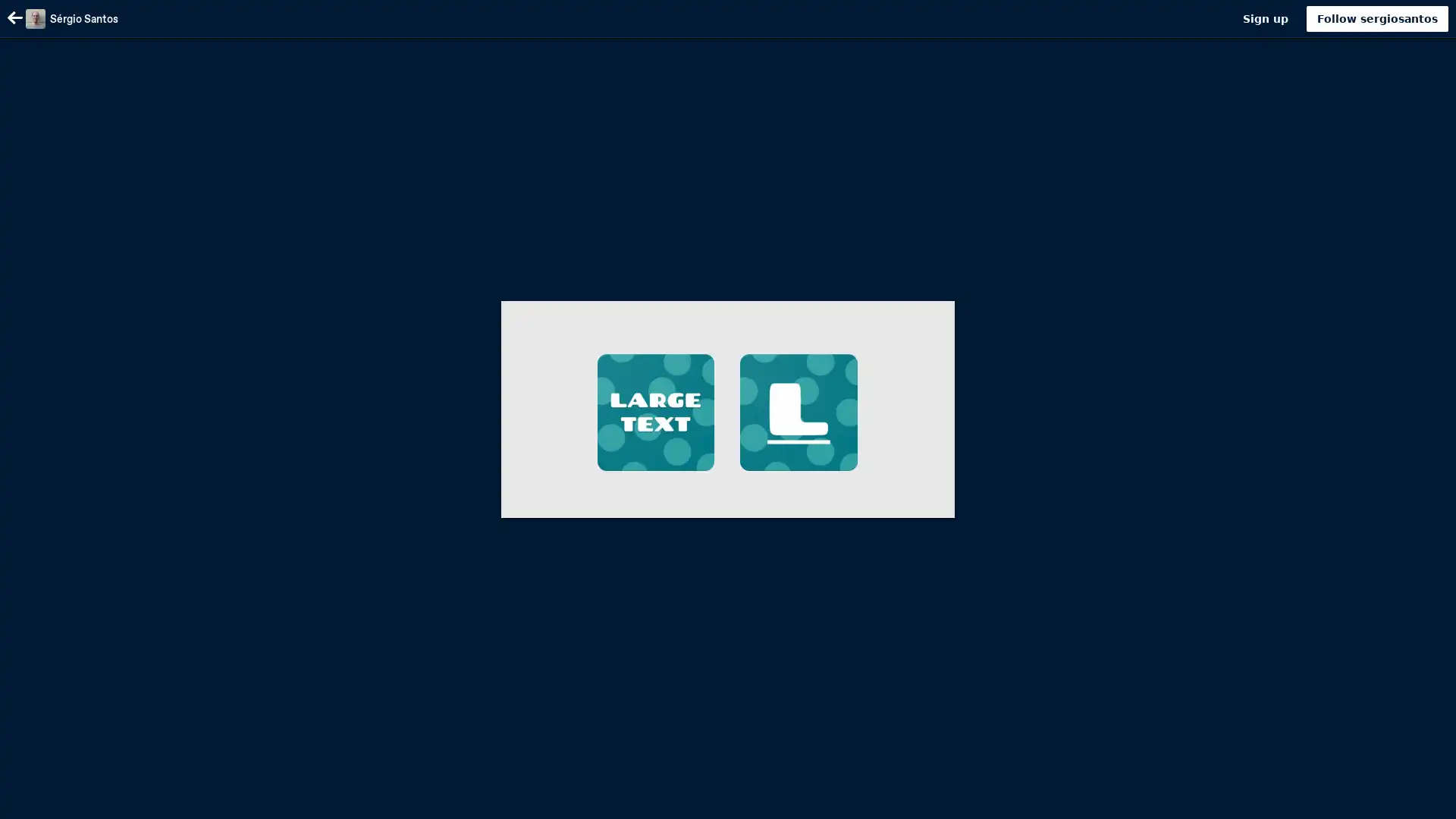 The width and height of the screenshot is (1456, 819). What do you see at coordinates (1426, 802) in the screenshot?
I see `Scroll to top` at bounding box center [1426, 802].